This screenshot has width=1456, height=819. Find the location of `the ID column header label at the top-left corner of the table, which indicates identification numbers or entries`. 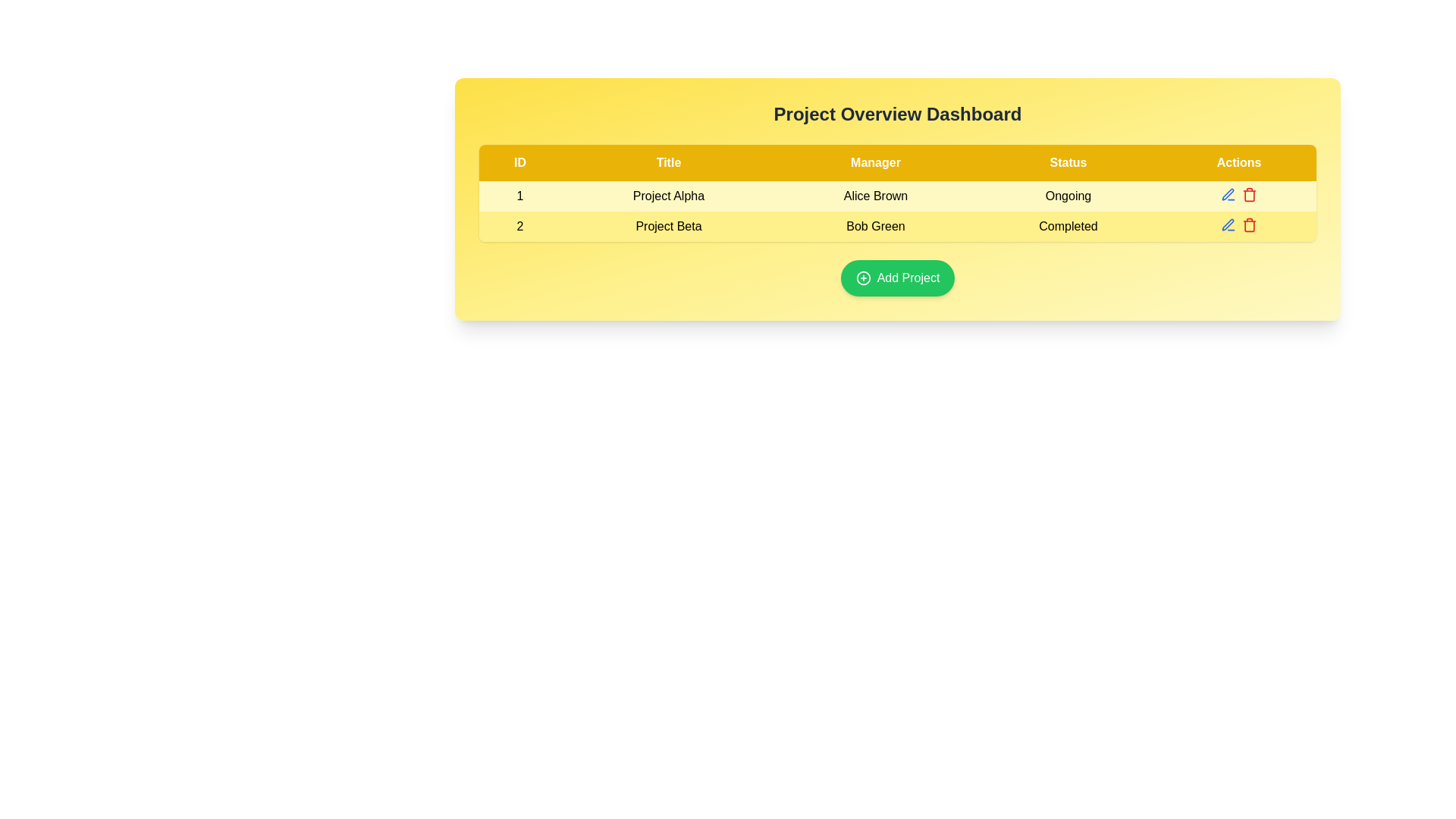

the ID column header label at the top-left corner of the table, which indicates identification numbers or entries is located at coordinates (520, 163).